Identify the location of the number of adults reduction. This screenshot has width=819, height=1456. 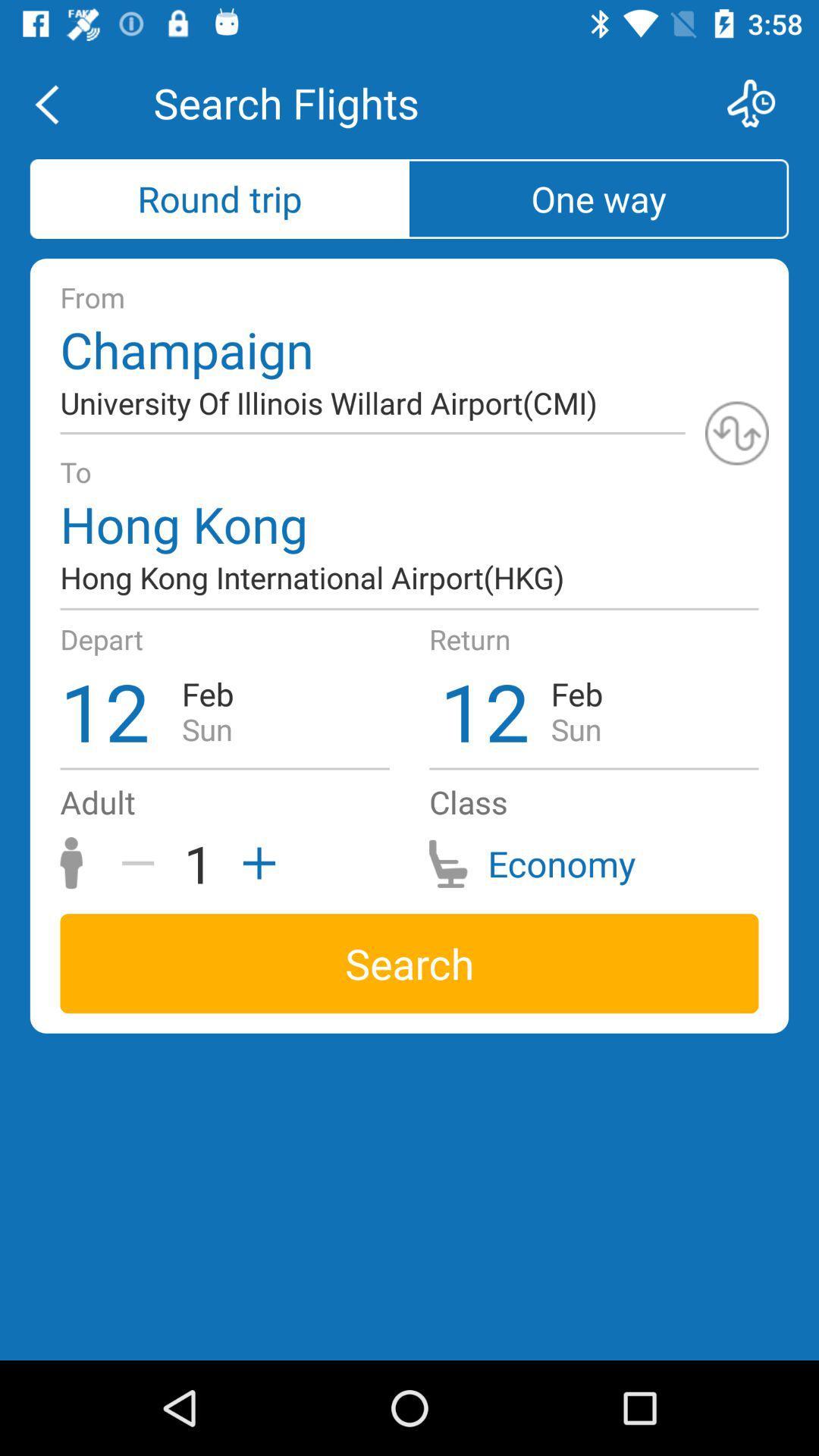
(143, 863).